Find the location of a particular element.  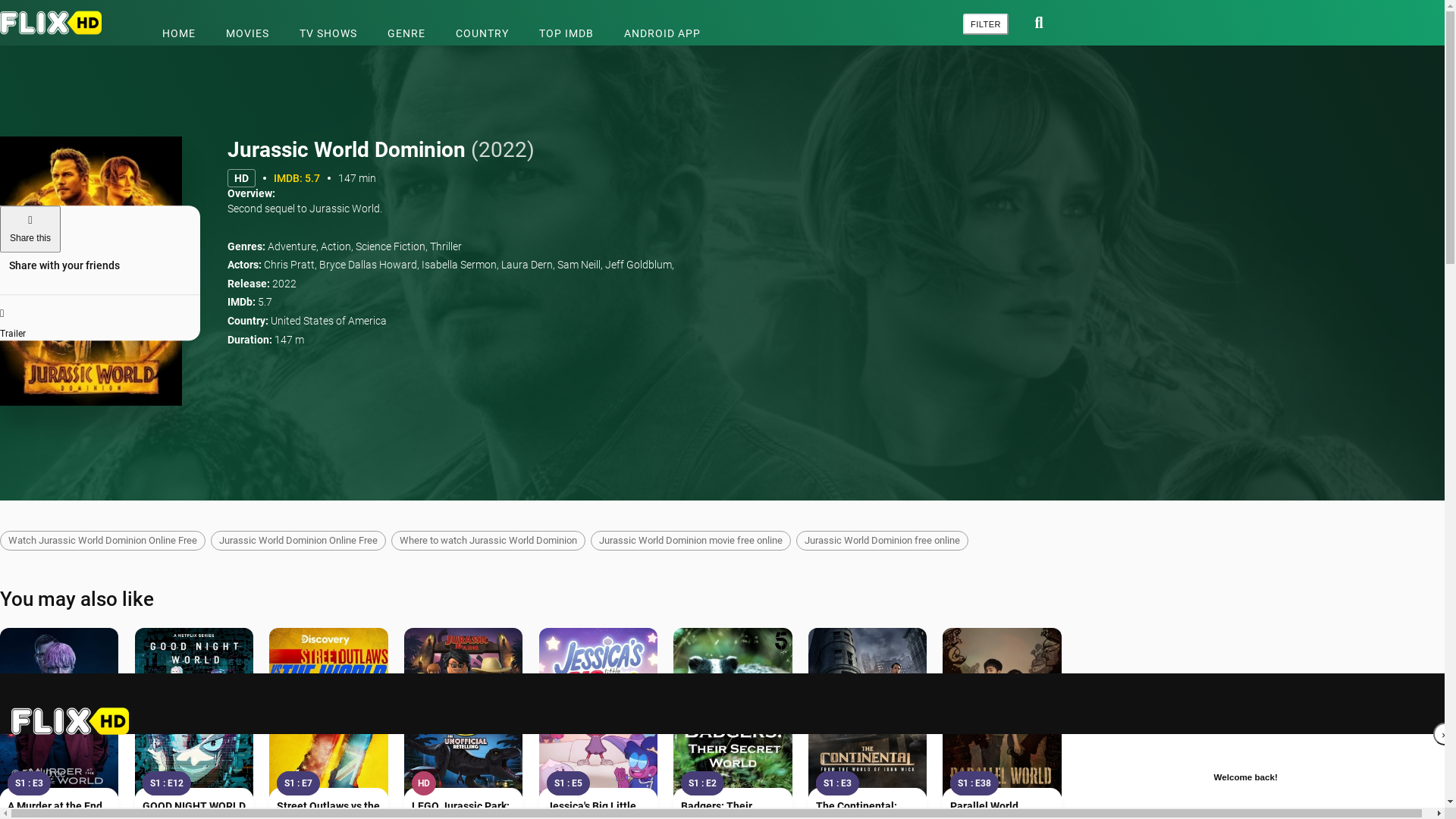

'Laura Dern' is located at coordinates (527, 263).